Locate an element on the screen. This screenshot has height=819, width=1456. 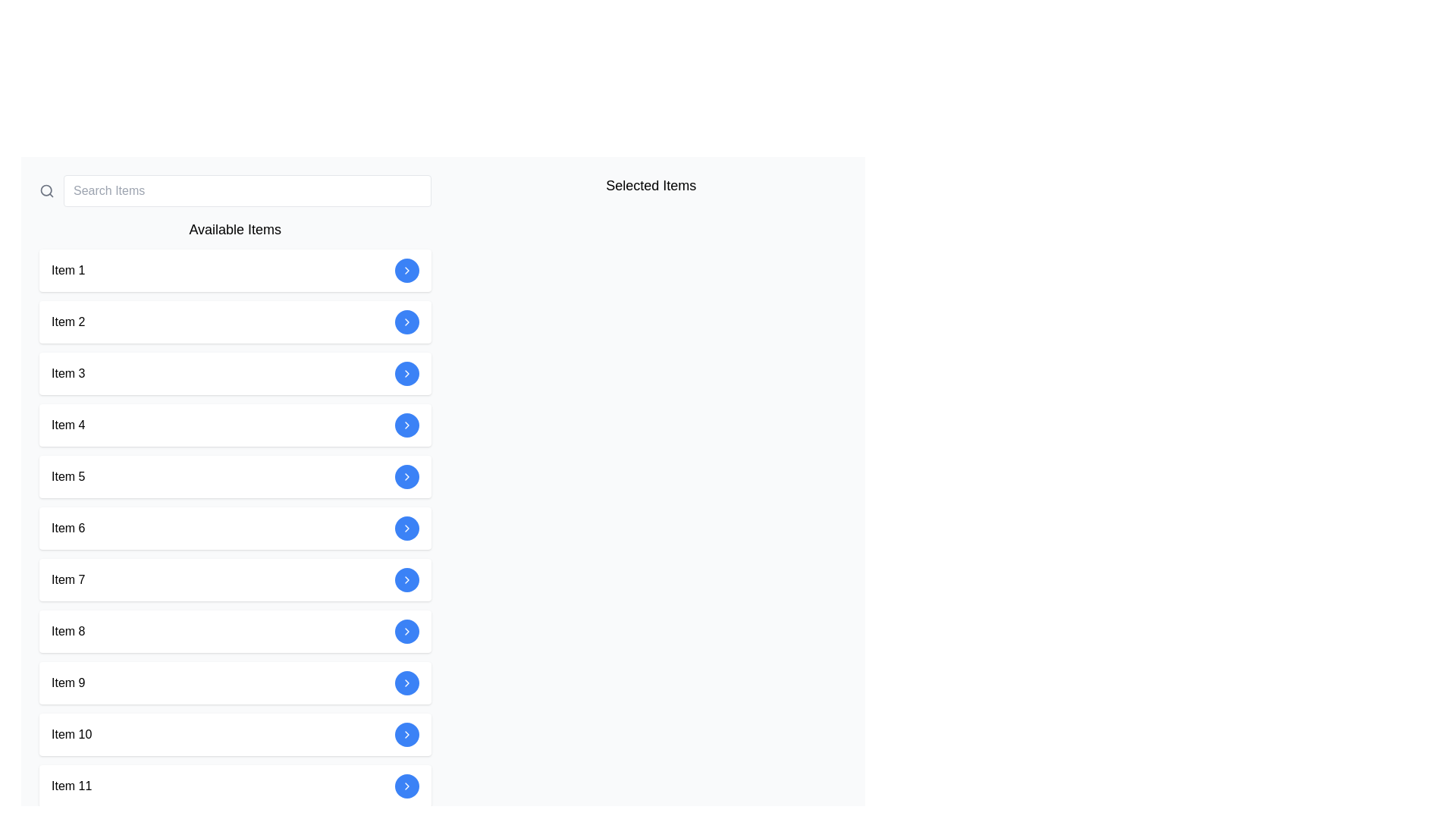
the text label displaying 'Item 2' in the 'Available Items' section, which is positioned in a vertically aligned list and has a blue circular button aligned to its right is located at coordinates (67, 321).